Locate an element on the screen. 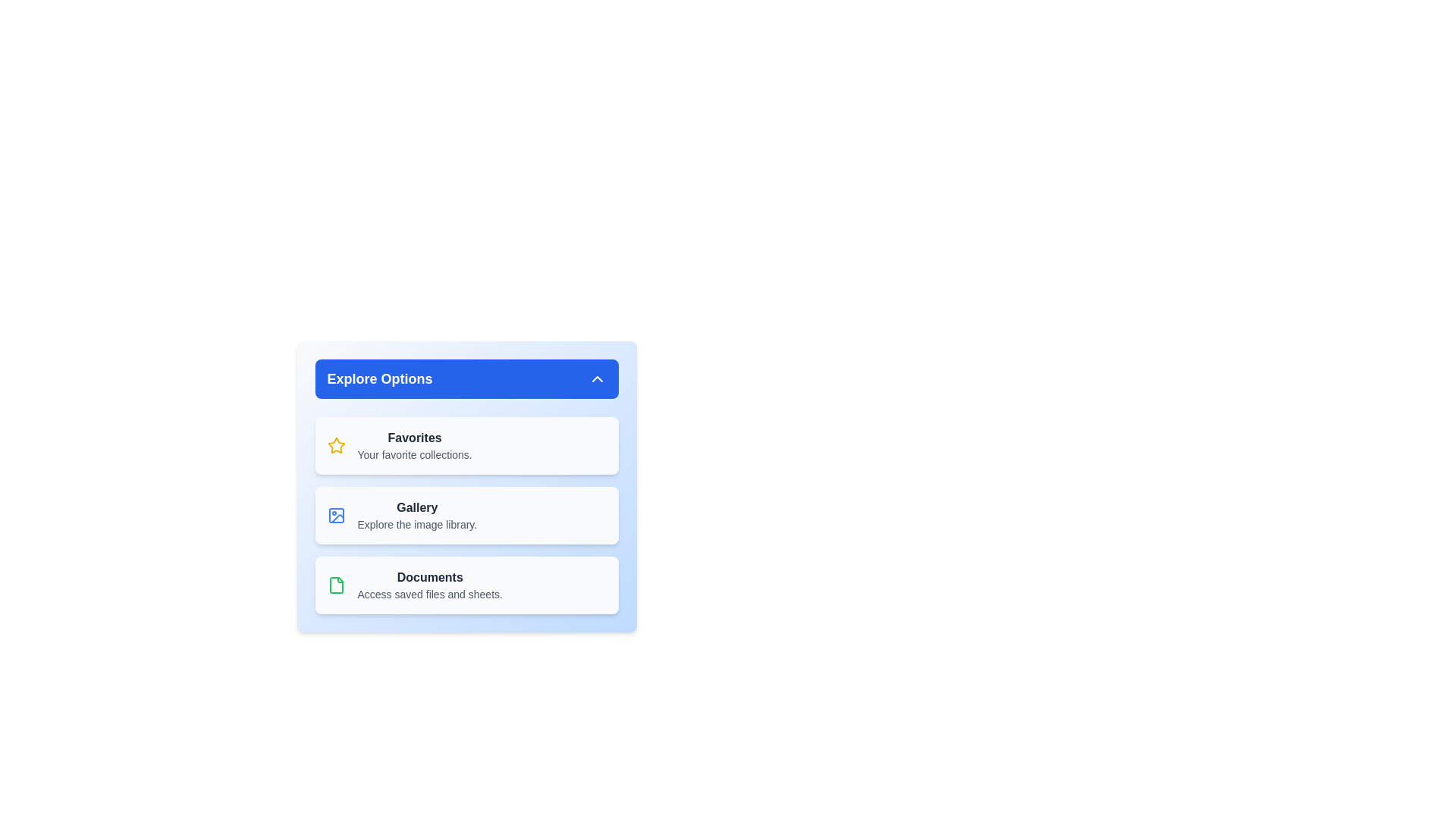 This screenshot has width=1456, height=819. the static text label displaying 'Documents', which is bold and dark gray, located at the top of the 'Documents' section in a menu card layout is located at coordinates (429, 578).